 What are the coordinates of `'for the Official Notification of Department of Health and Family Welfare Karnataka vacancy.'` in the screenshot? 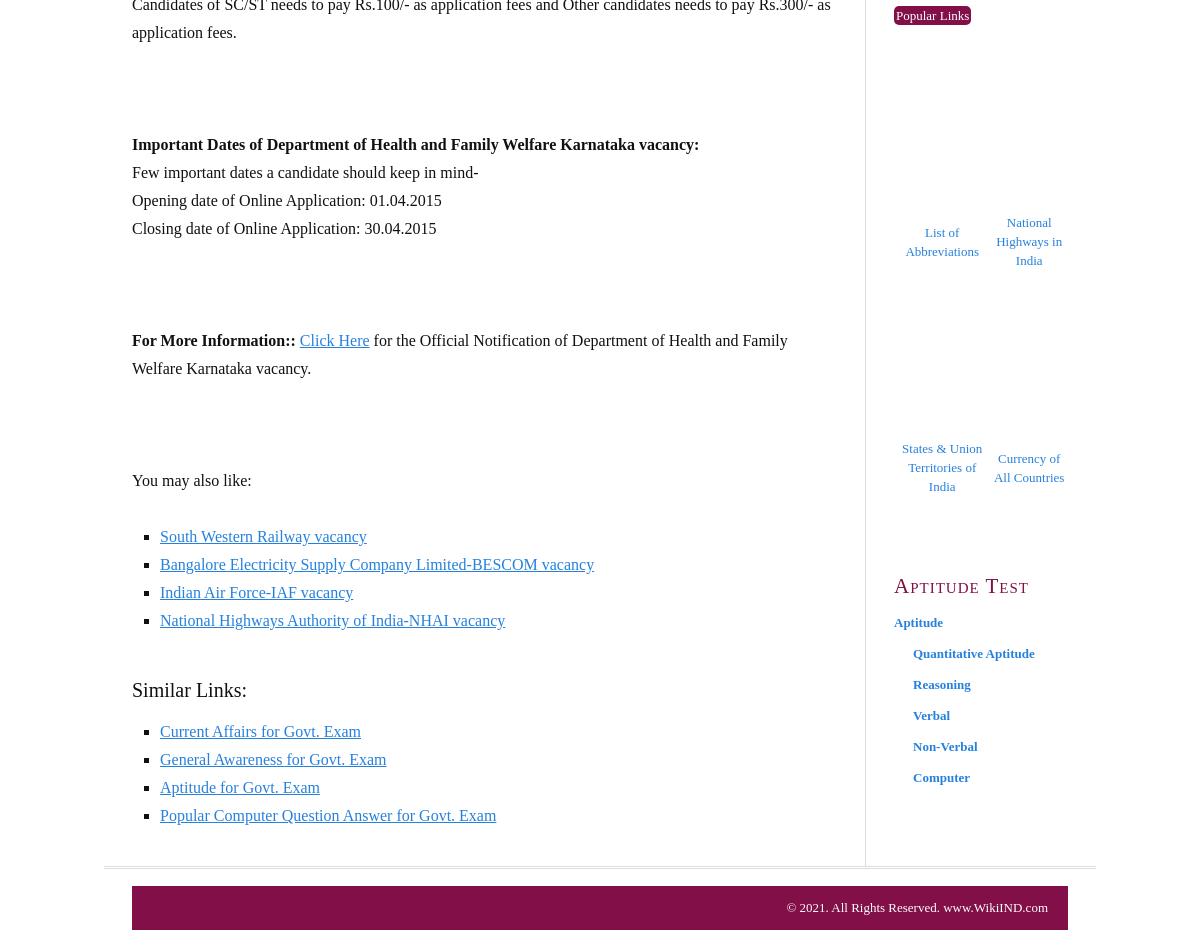 It's located at (458, 354).